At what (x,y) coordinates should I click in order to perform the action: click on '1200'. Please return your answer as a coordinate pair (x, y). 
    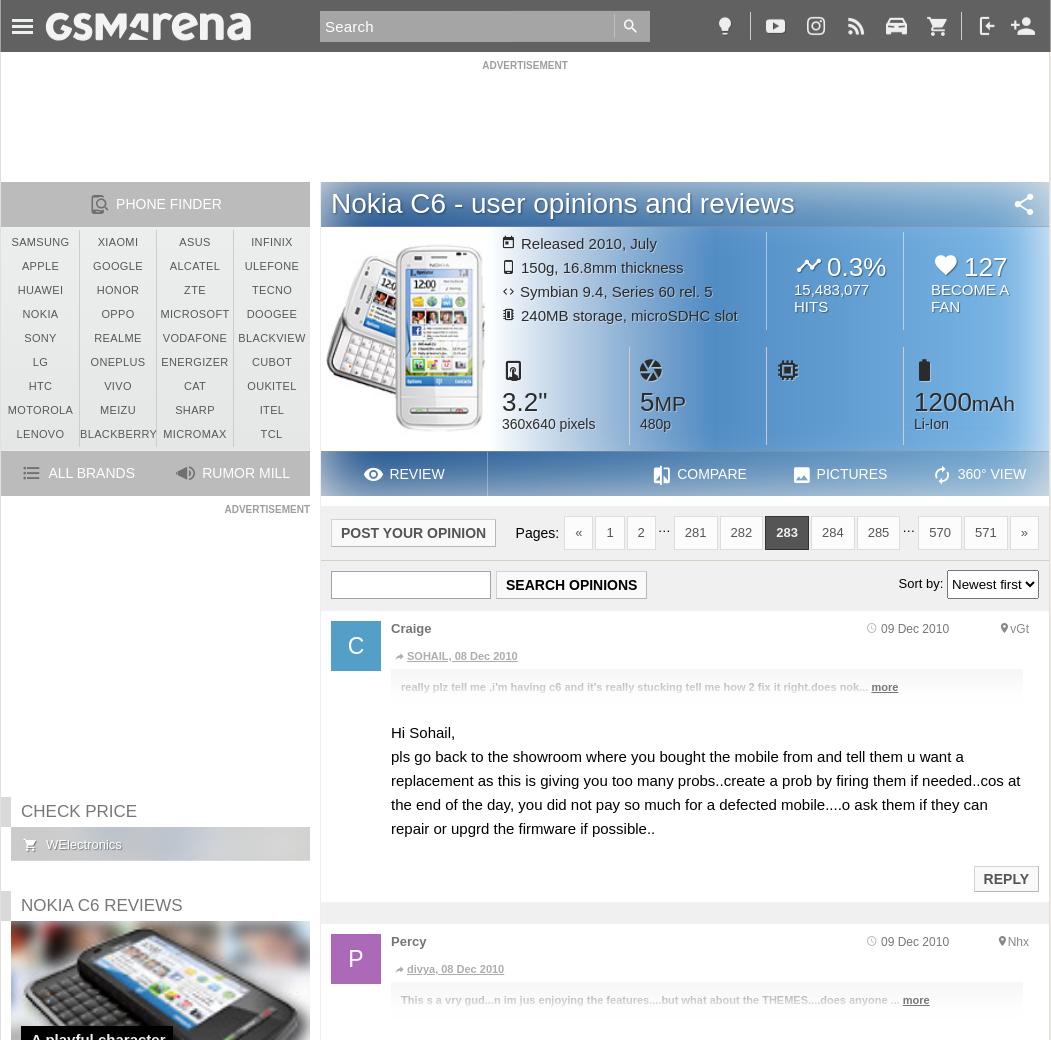
    Looking at the image, I should click on (913, 401).